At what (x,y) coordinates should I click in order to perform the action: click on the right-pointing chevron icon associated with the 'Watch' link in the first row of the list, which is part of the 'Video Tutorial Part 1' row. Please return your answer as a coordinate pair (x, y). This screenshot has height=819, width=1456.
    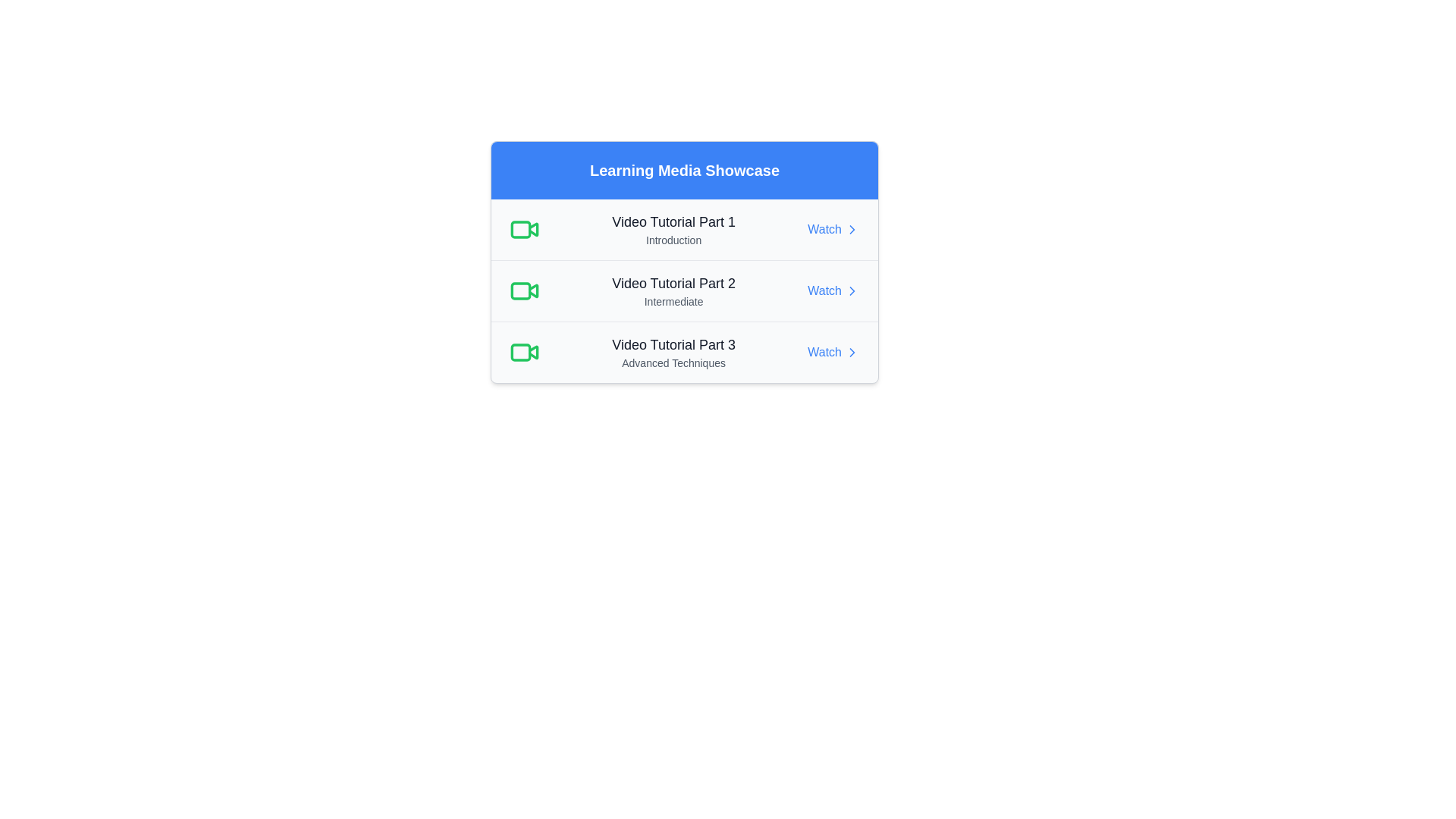
    Looking at the image, I should click on (852, 230).